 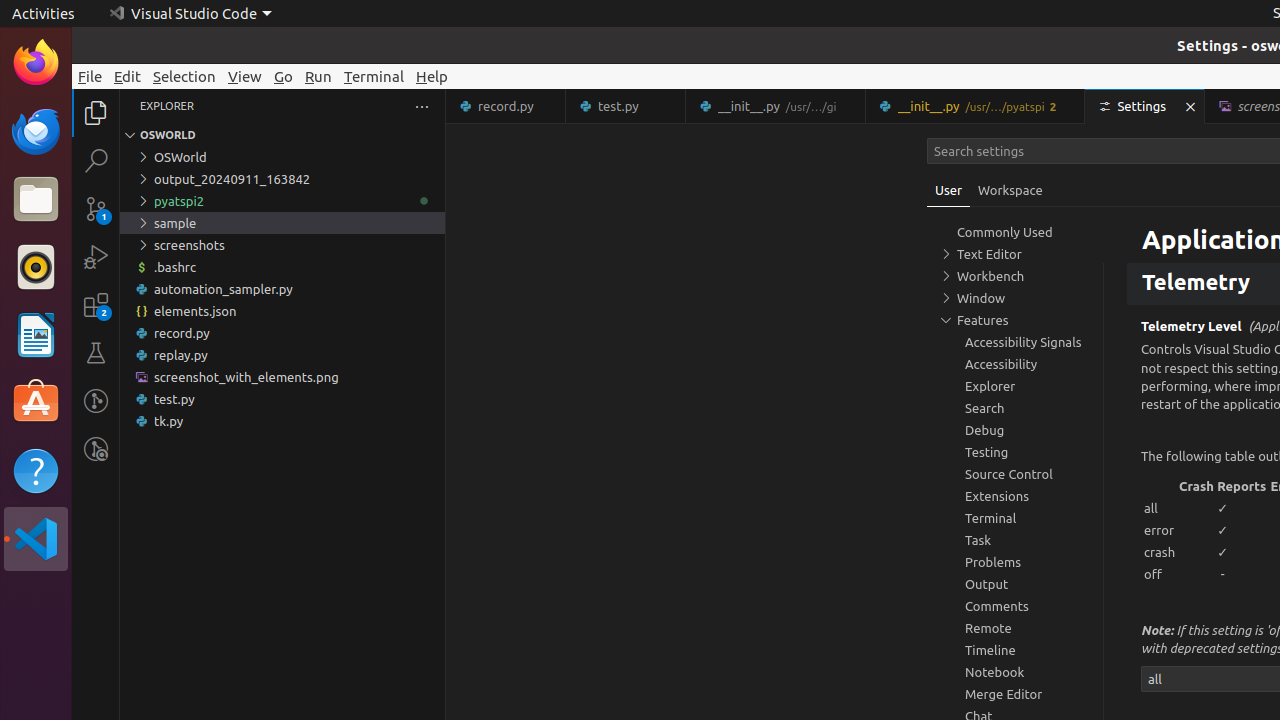 I want to click on 'Timeline, group', so click(x=1015, y=650).